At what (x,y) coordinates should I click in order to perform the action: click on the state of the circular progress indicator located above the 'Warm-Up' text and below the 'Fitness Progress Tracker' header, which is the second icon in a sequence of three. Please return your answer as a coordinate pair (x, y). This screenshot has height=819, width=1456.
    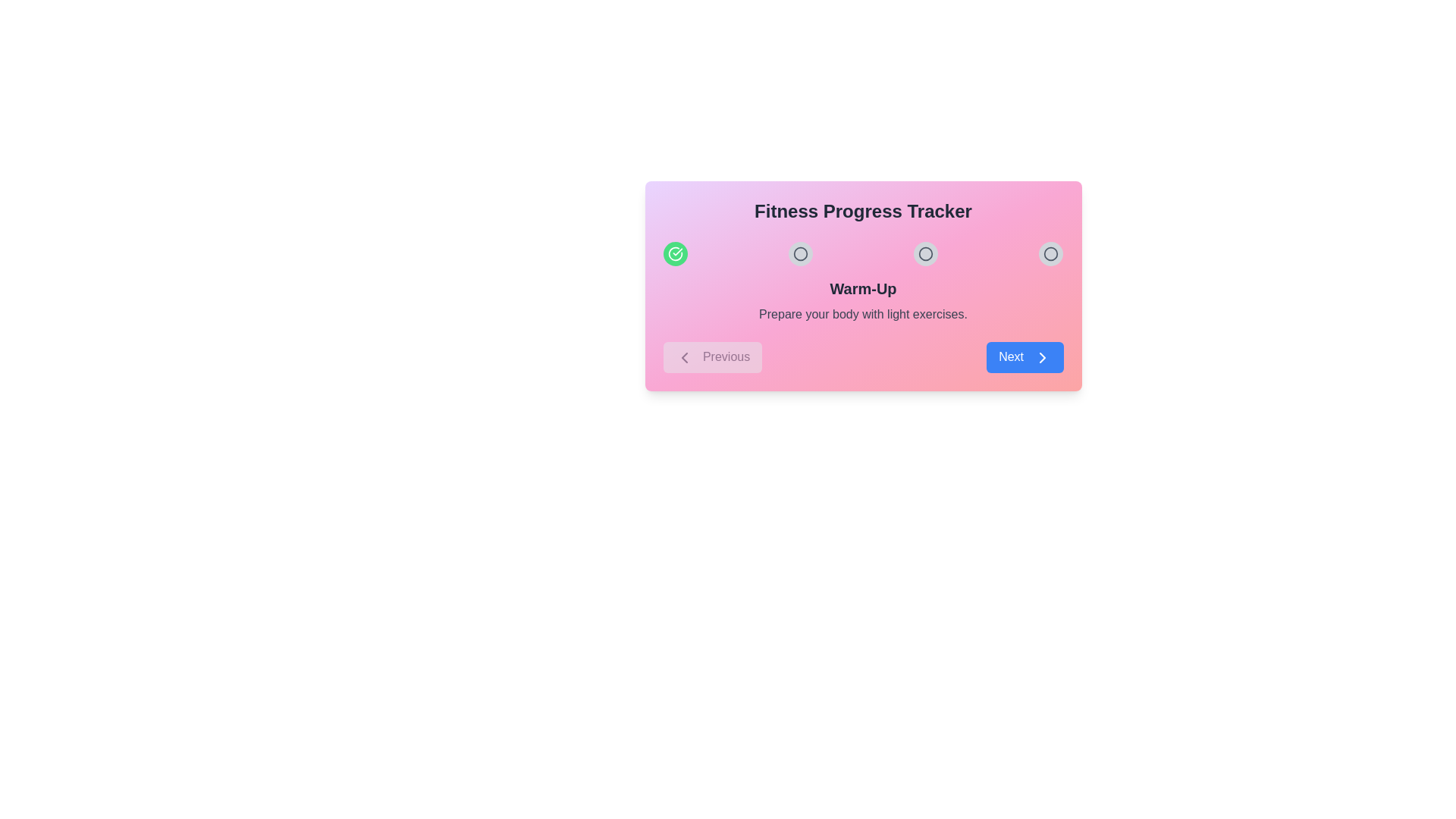
    Looking at the image, I should click on (799, 253).